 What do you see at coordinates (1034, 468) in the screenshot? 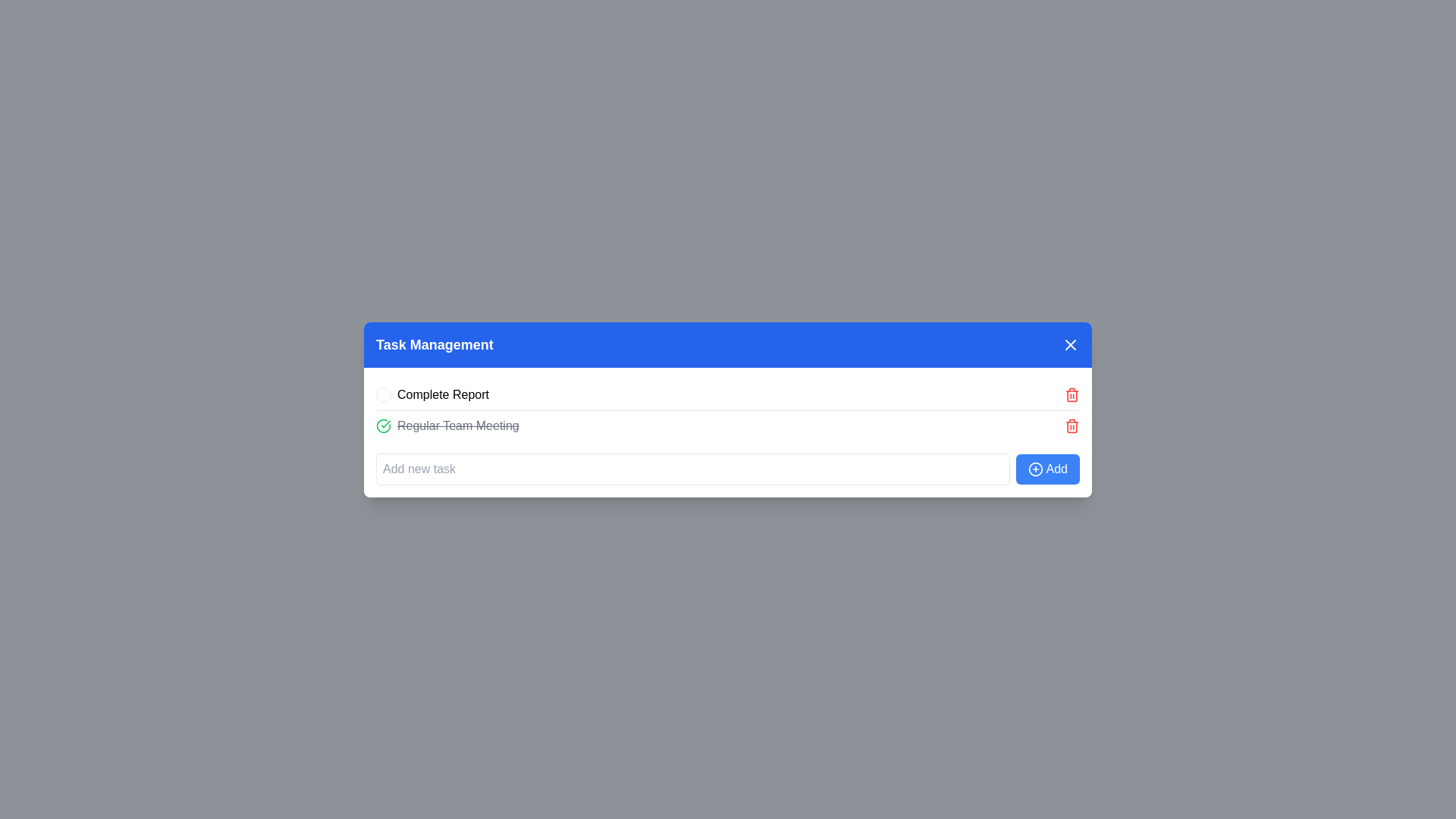
I see `visually on the circular blue icon with a plus sign (+) inside` at bounding box center [1034, 468].